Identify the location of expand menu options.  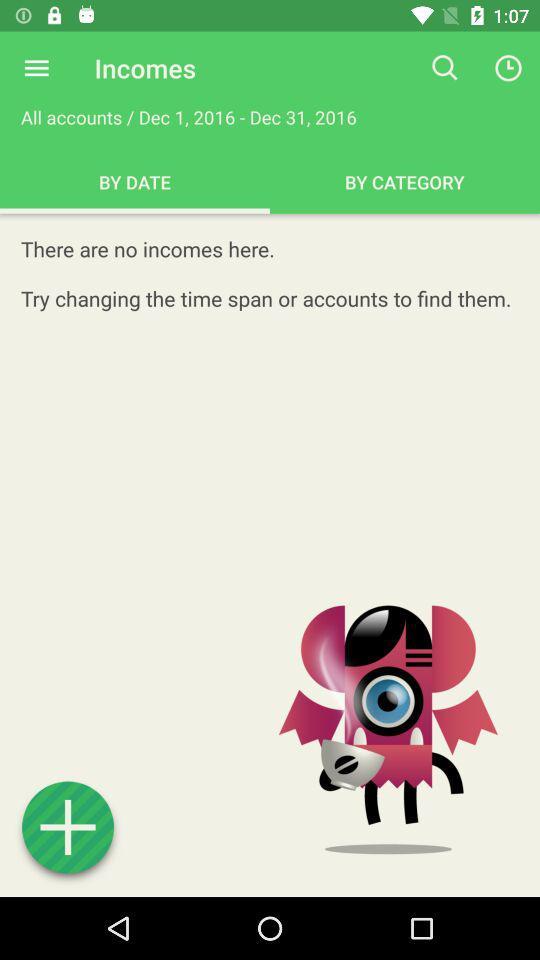
(36, 68).